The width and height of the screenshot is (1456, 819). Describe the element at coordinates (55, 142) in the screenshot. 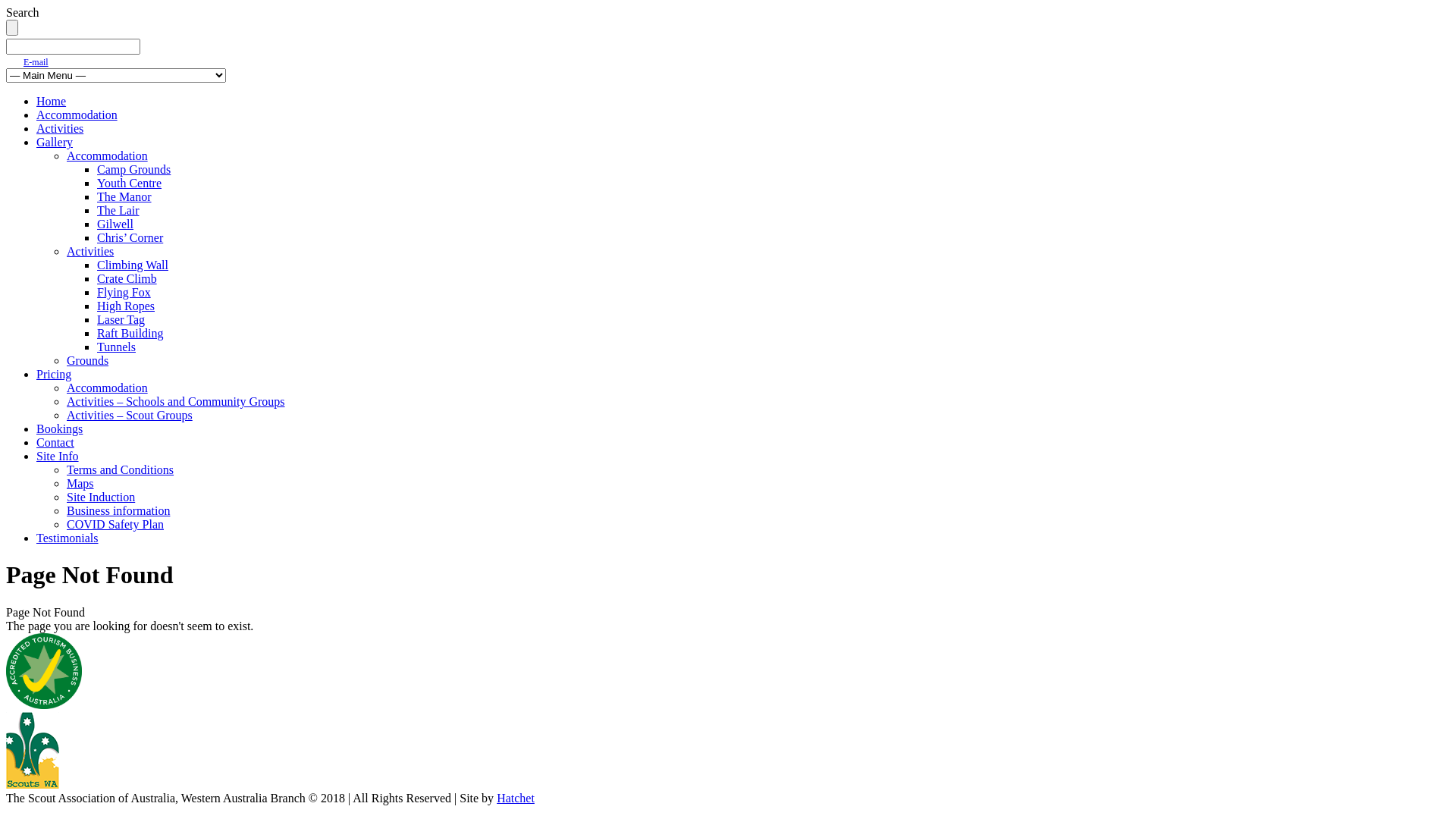

I see `'Gallery'` at that location.